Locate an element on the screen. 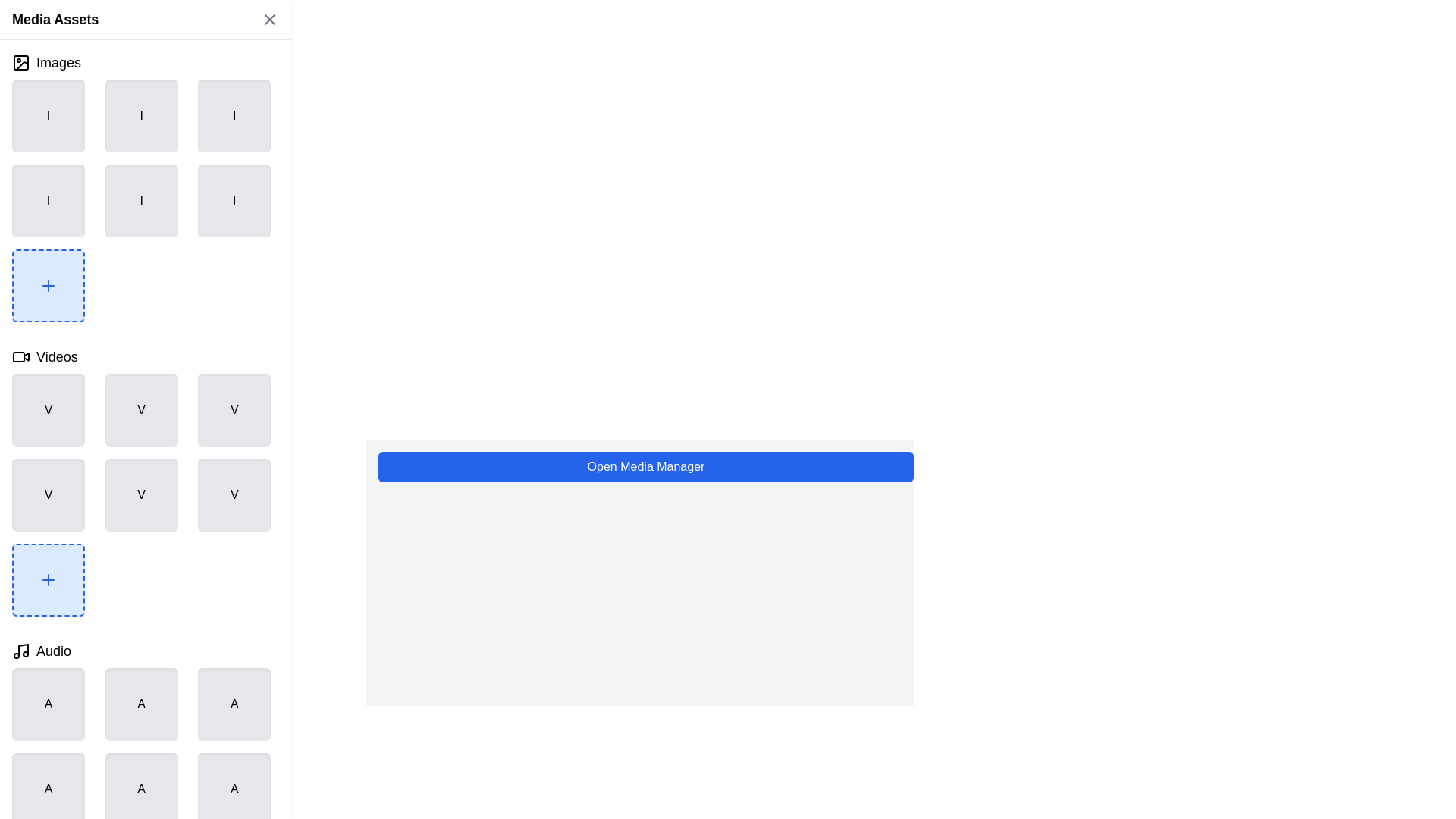 The width and height of the screenshot is (1456, 819). the Grid item placeholder with a light gray background and the centered letter 'V' located in the second row and second column under the 'Videos' section is located at coordinates (141, 409).